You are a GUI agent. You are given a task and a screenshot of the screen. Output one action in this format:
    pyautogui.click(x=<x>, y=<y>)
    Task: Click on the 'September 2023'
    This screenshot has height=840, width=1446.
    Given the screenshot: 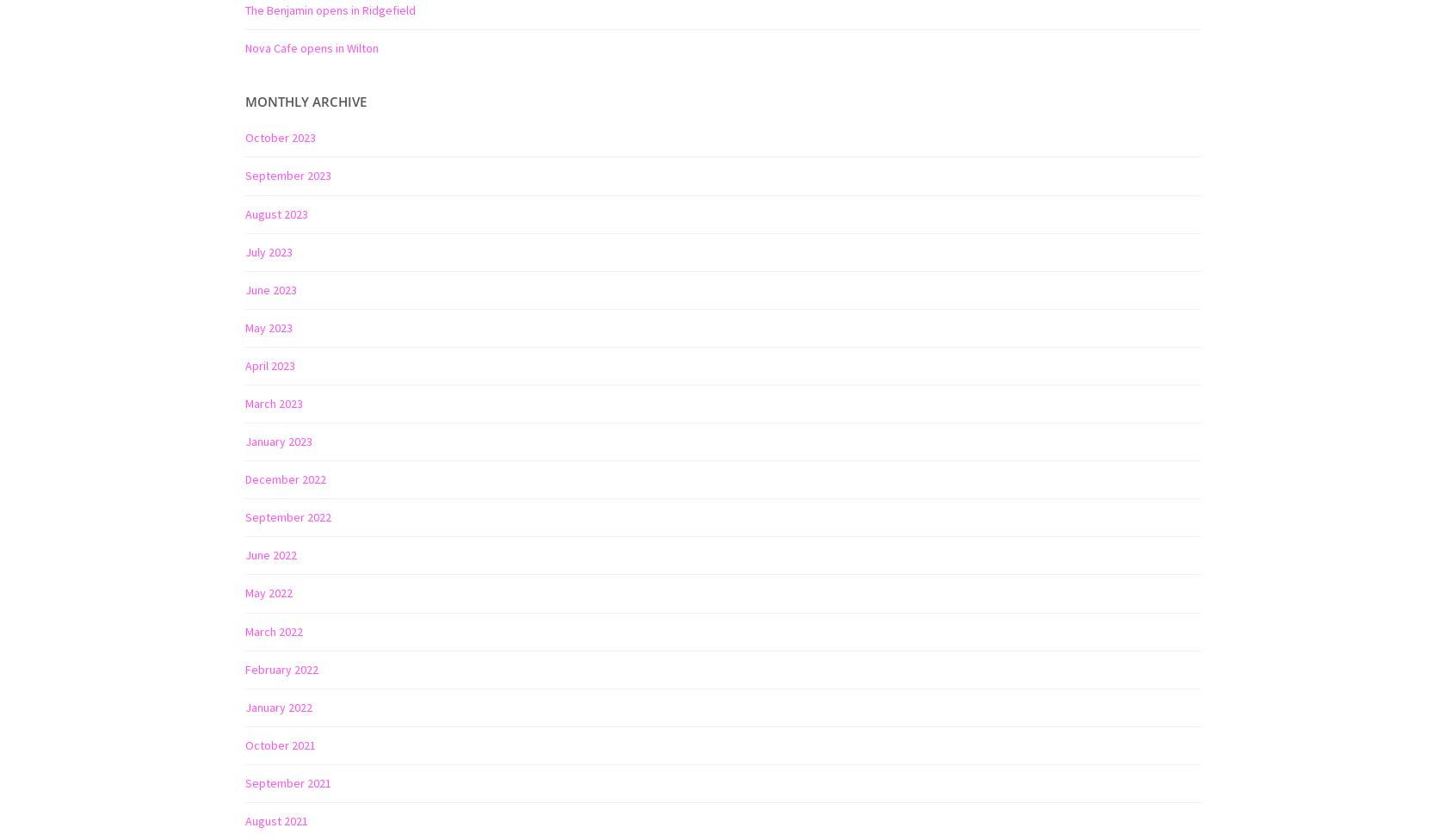 What is the action you would take?
    pyautogui.click(x=287, y=174)
    